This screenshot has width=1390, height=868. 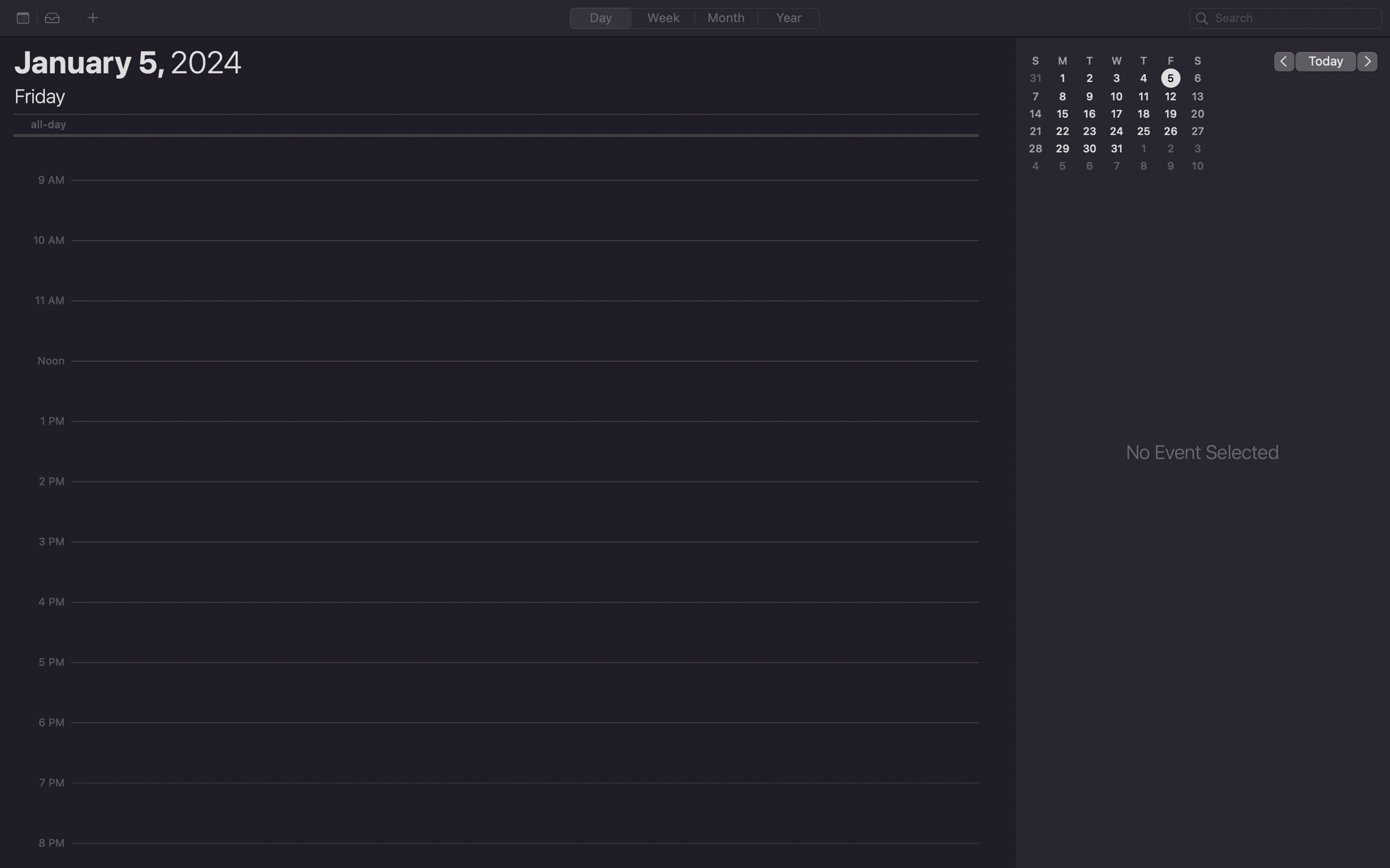 What do you see at coordinates (1090, 77) in the screenshot?
I see `Interact with the numeral 2 displayed on the interface` at bounding box center [1090, 77].